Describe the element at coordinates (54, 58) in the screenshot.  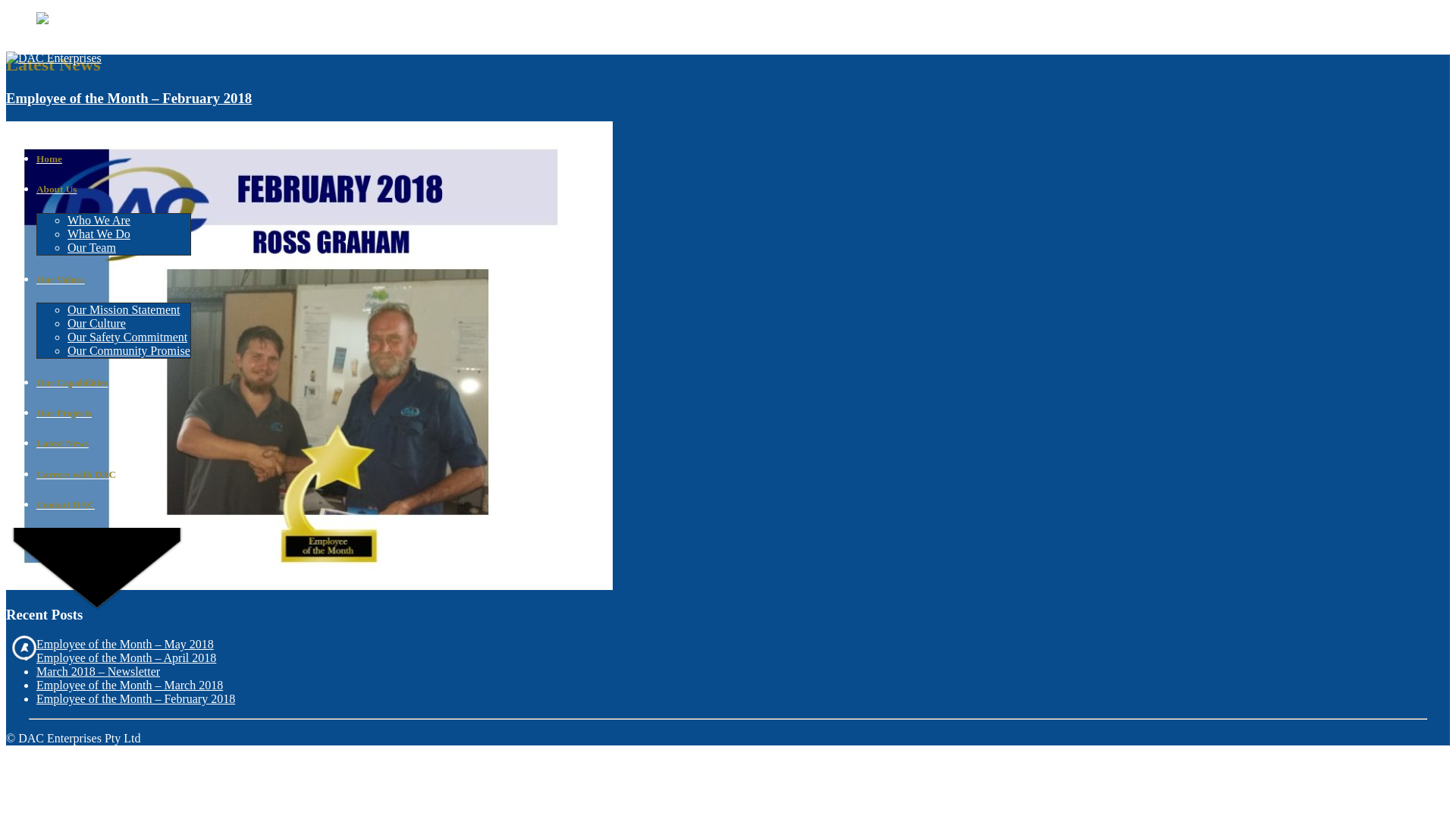
I see `'DAC Enterprises'` at that location.